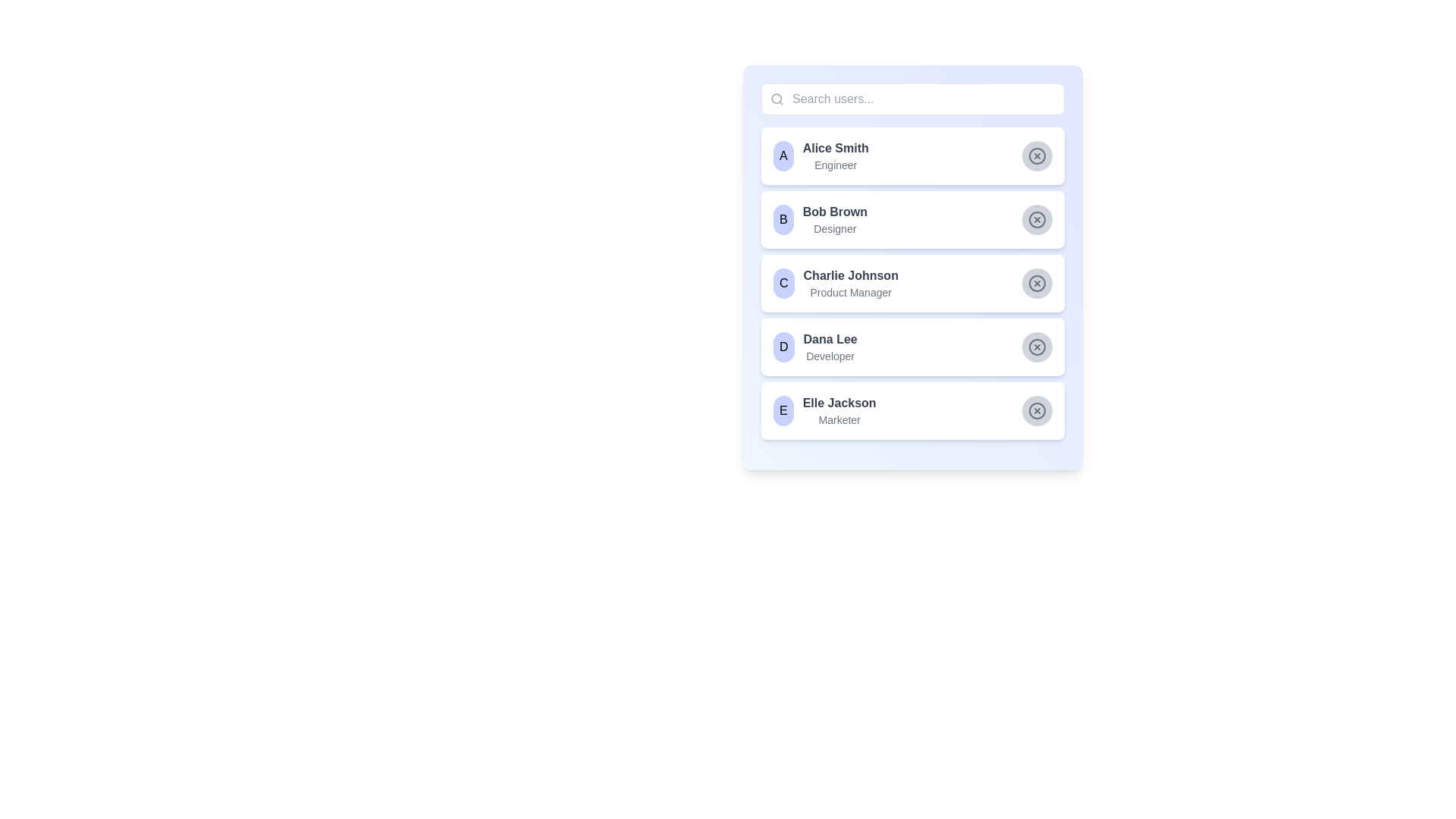  I want to click on the state of the SVG circle element that indicates the 'remove' functionality next to 'Elle Jackson's entry in the user list, so click(1037, 411).